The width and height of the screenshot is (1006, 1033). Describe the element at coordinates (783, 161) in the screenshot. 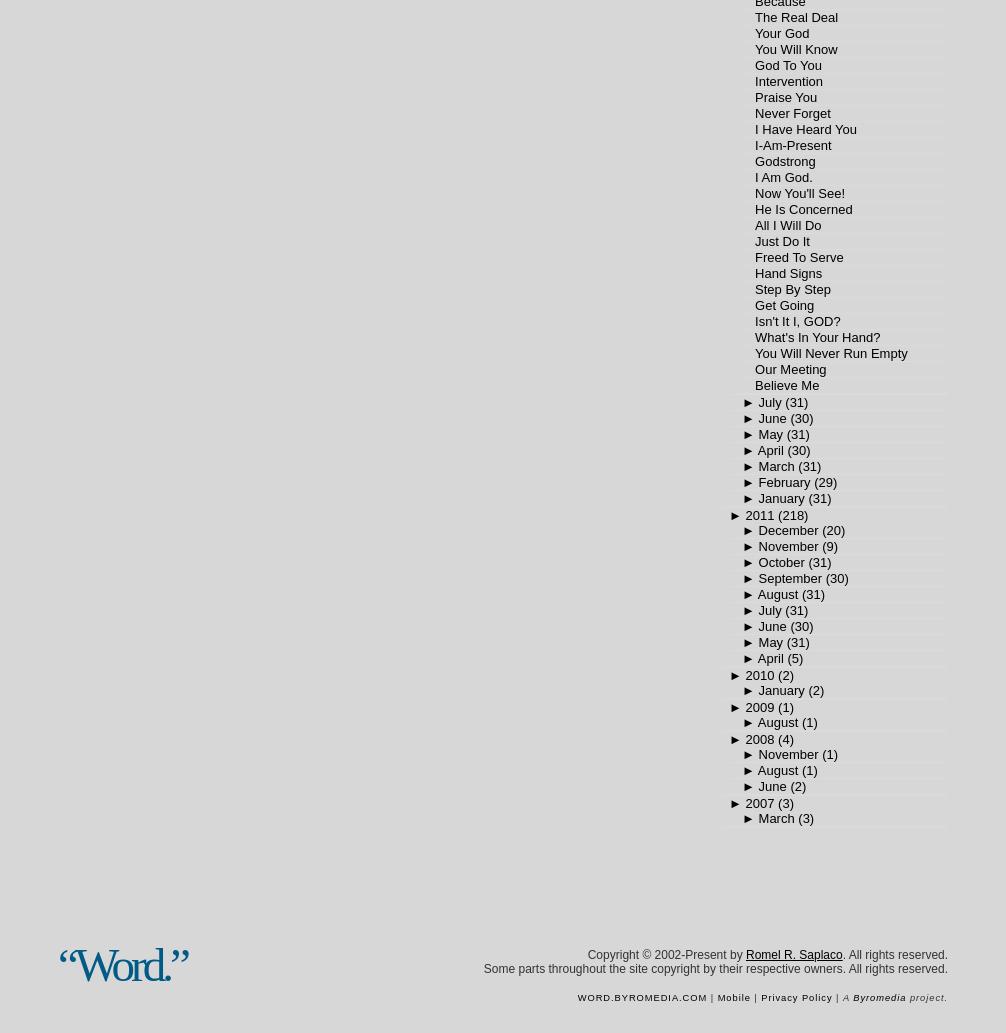

I see `'Godstrong'` at that location.